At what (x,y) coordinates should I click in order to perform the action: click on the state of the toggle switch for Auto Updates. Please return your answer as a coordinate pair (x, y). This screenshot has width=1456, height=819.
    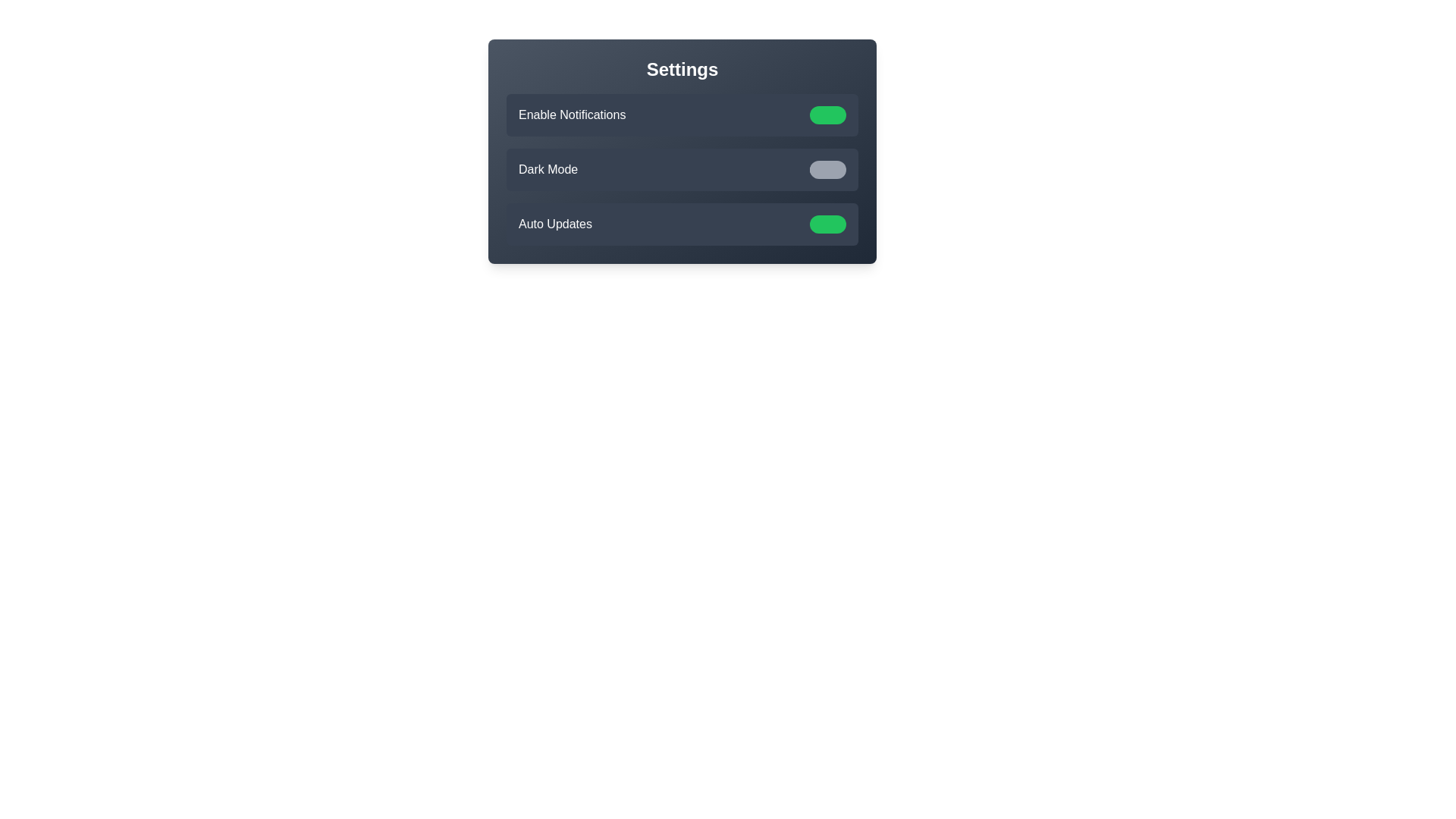
    Looking at the image, I should click on (827, 224).